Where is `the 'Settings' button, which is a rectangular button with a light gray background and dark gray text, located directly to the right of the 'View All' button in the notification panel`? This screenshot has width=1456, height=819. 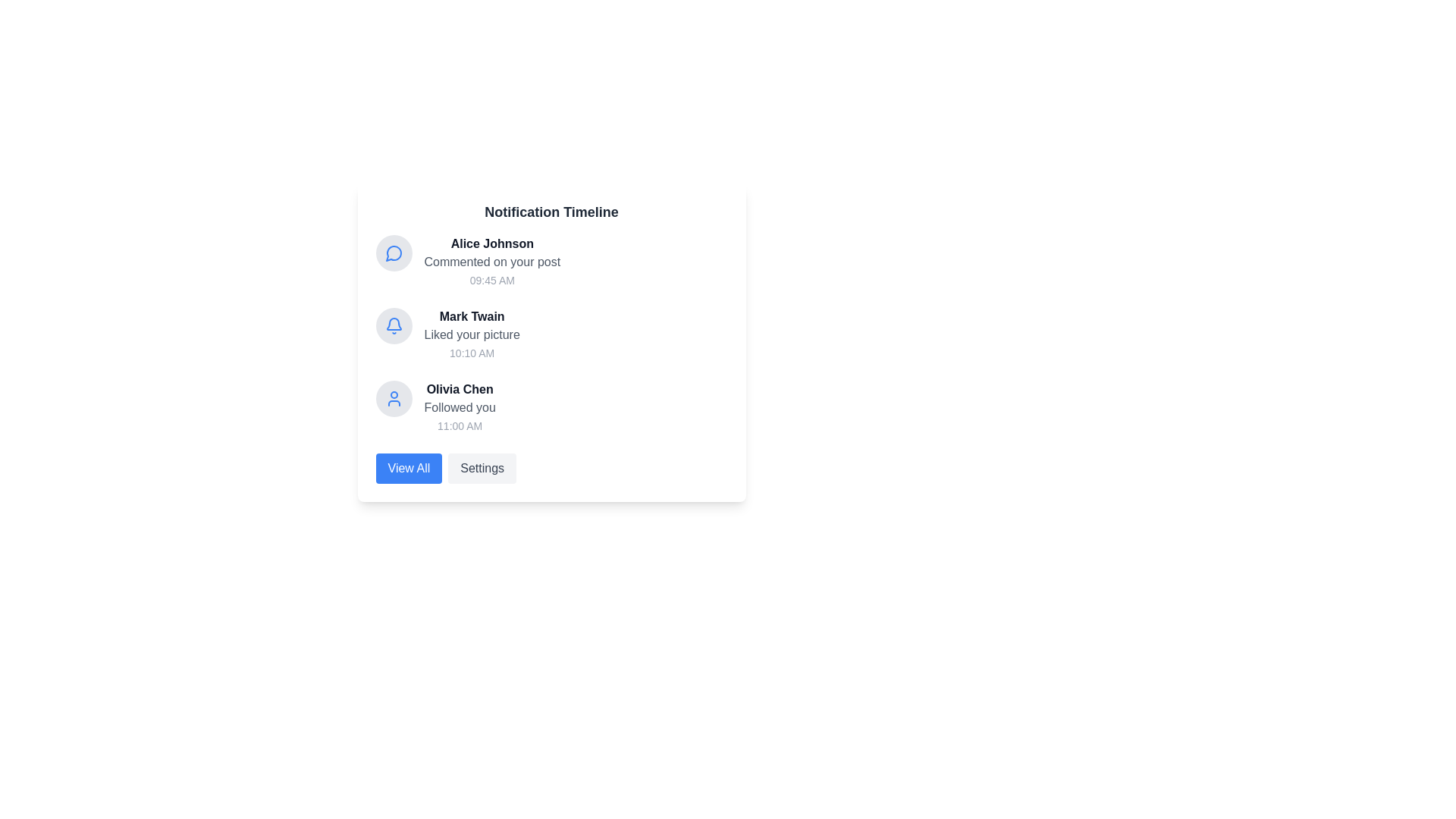
the 'Settings' button, which is a rectangular button with a light gray background and dark gray text, located directly to the right of the 'View All' button in the notification panel is located at coordinates (482, 467).